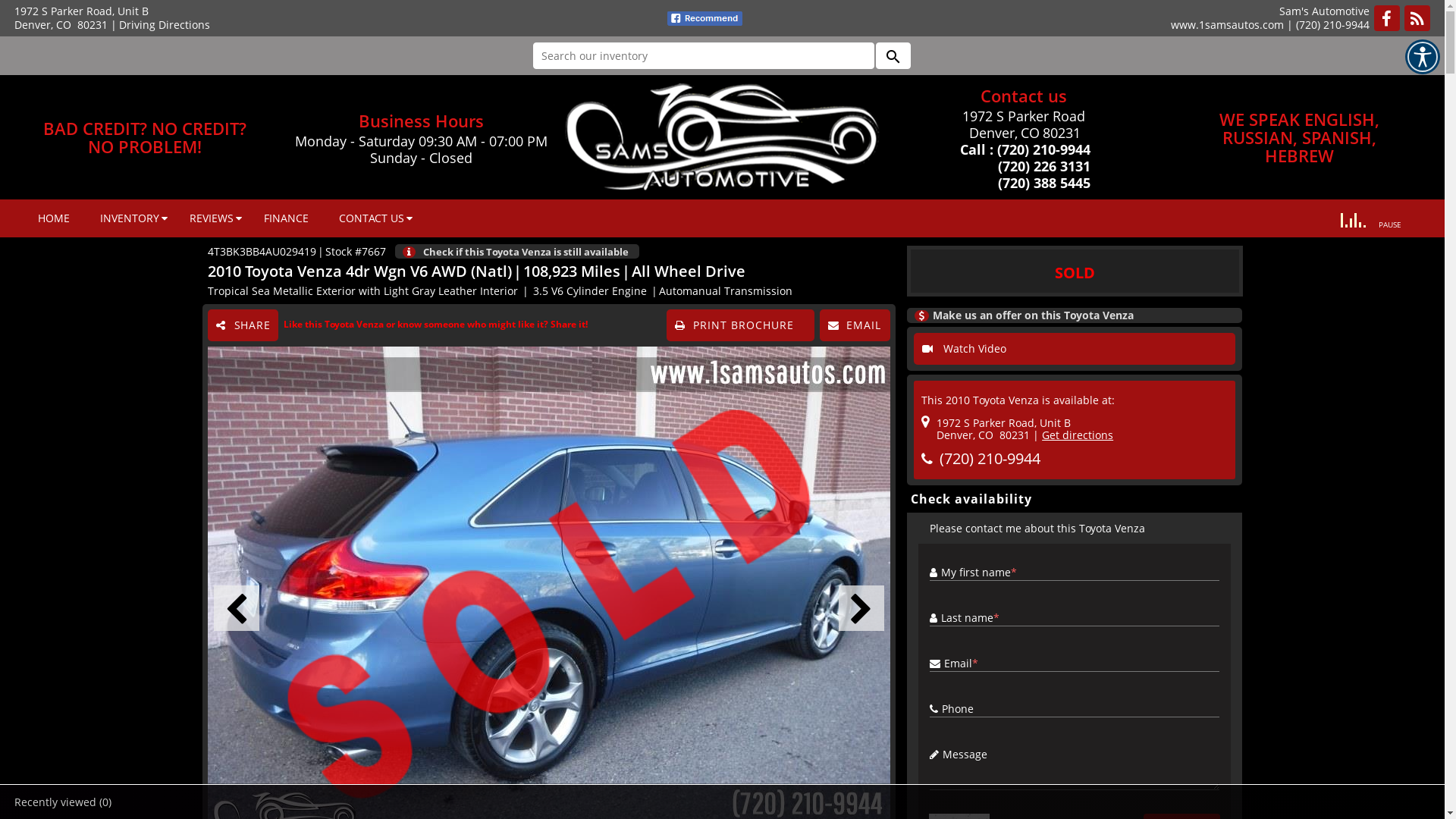 The height and width of the screenshot is (819, 1456). Describe the element at coordinates (1227, 24) in the screenshot. I see `'www.1samsautos.com'` at that location.